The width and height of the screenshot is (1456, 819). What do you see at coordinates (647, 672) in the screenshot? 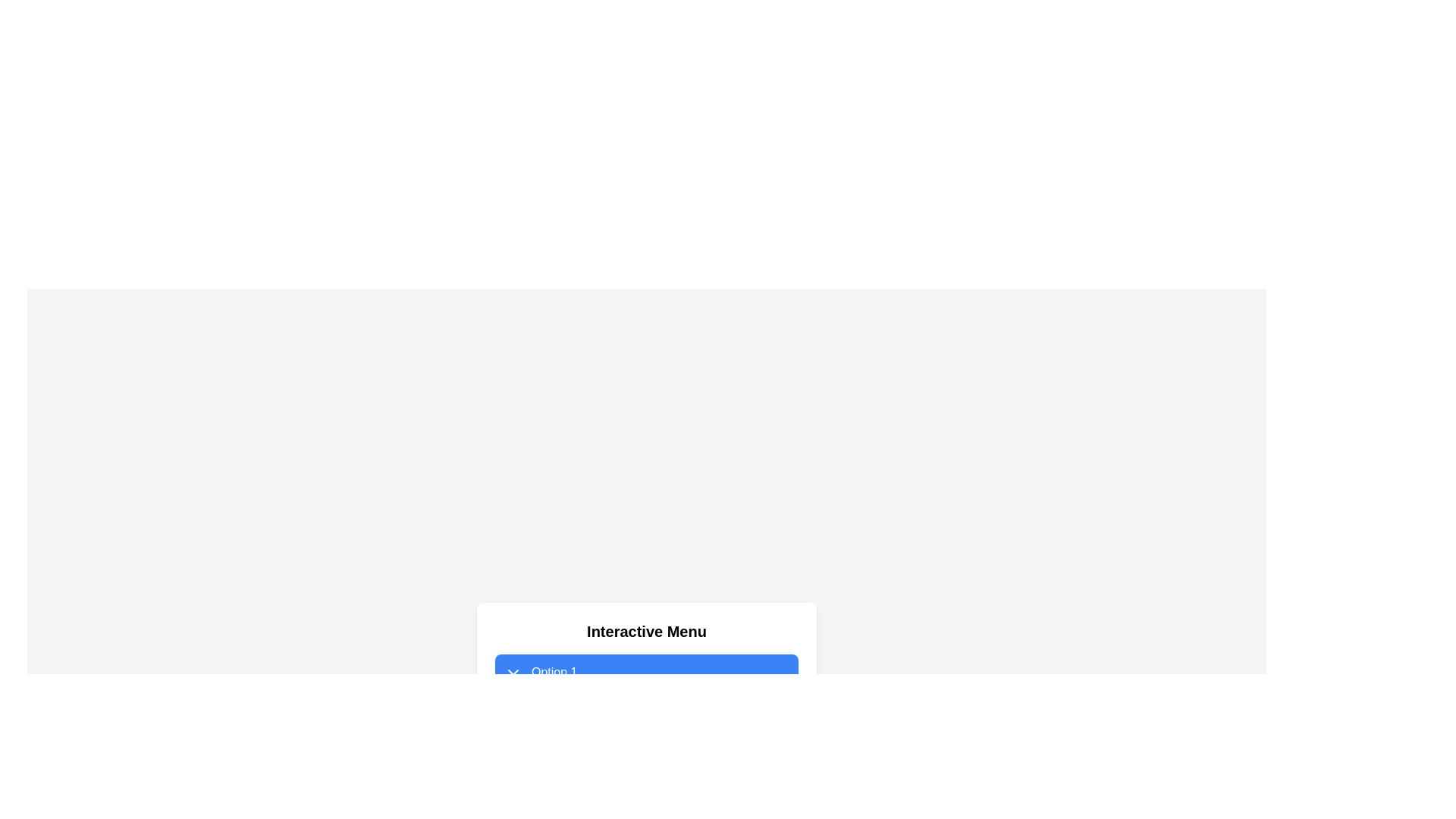
I see `the blue button labeled 'Option 1' with a downward chevron icon` at bounding box center [647, 672].